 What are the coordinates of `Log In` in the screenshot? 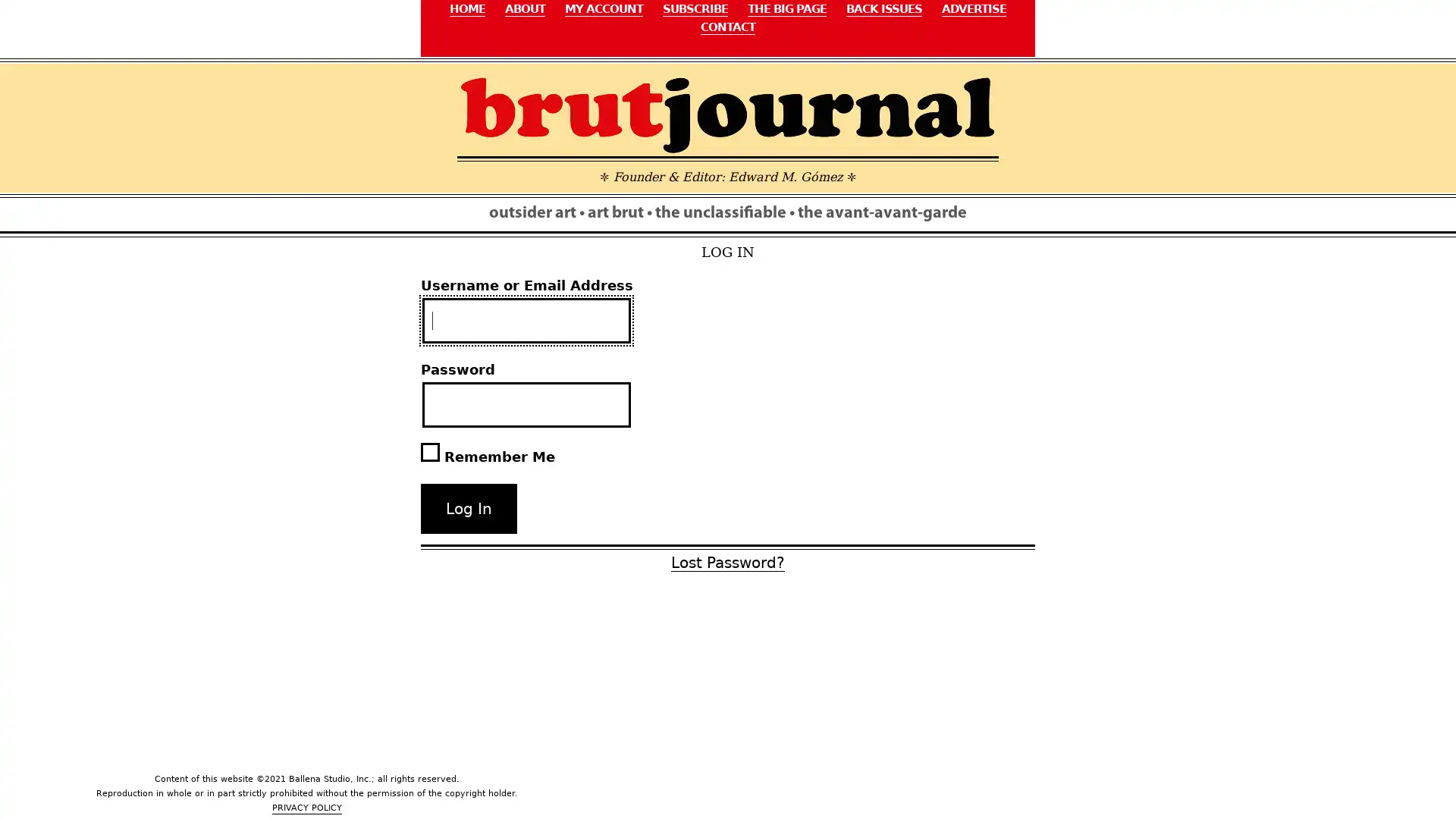 It's located at (468, 509).